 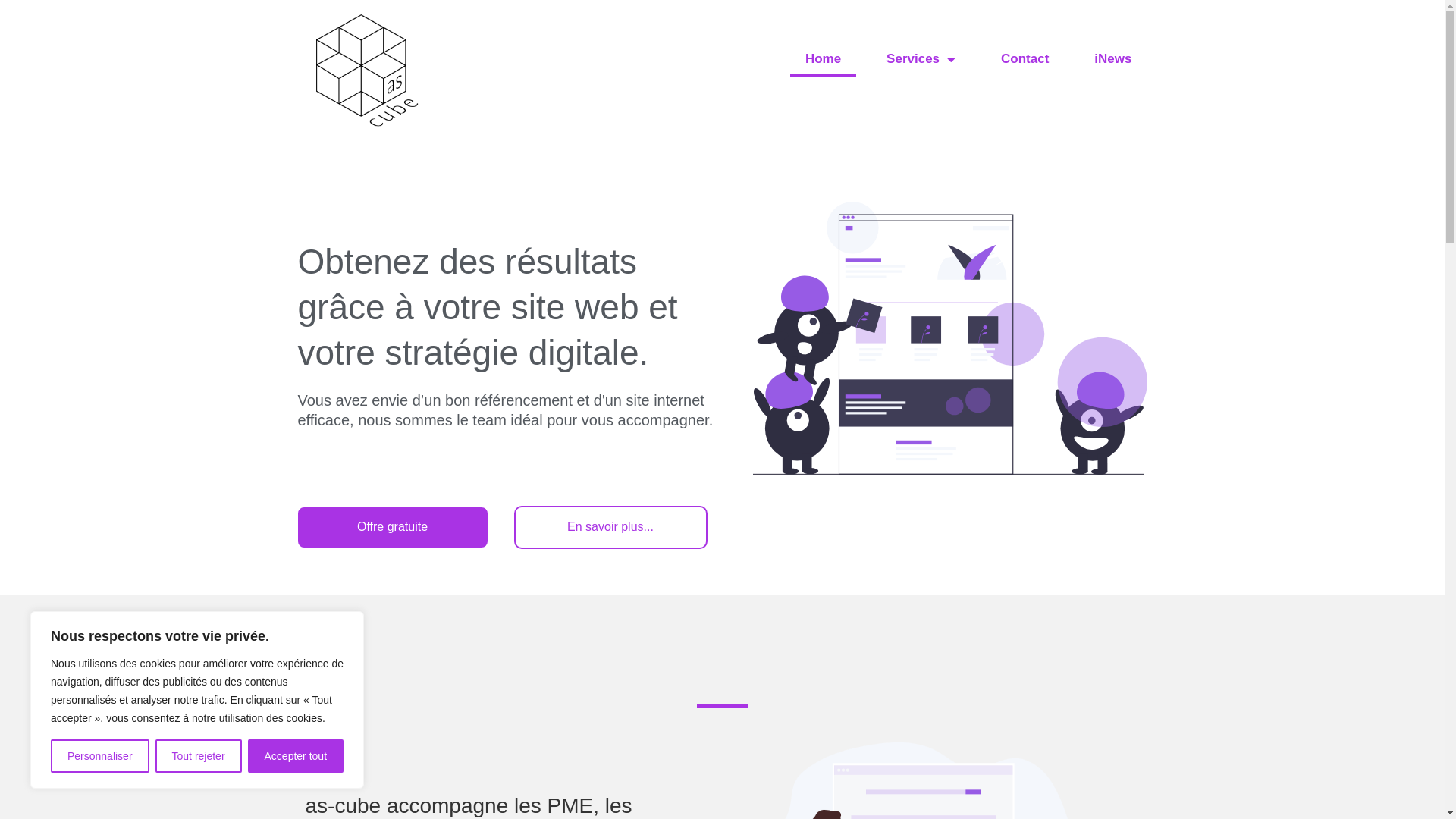 What do you see at coordinates (392, 526) in the screenshot?
I see `'Offre gratuite'` at bounding box center [392, 526].